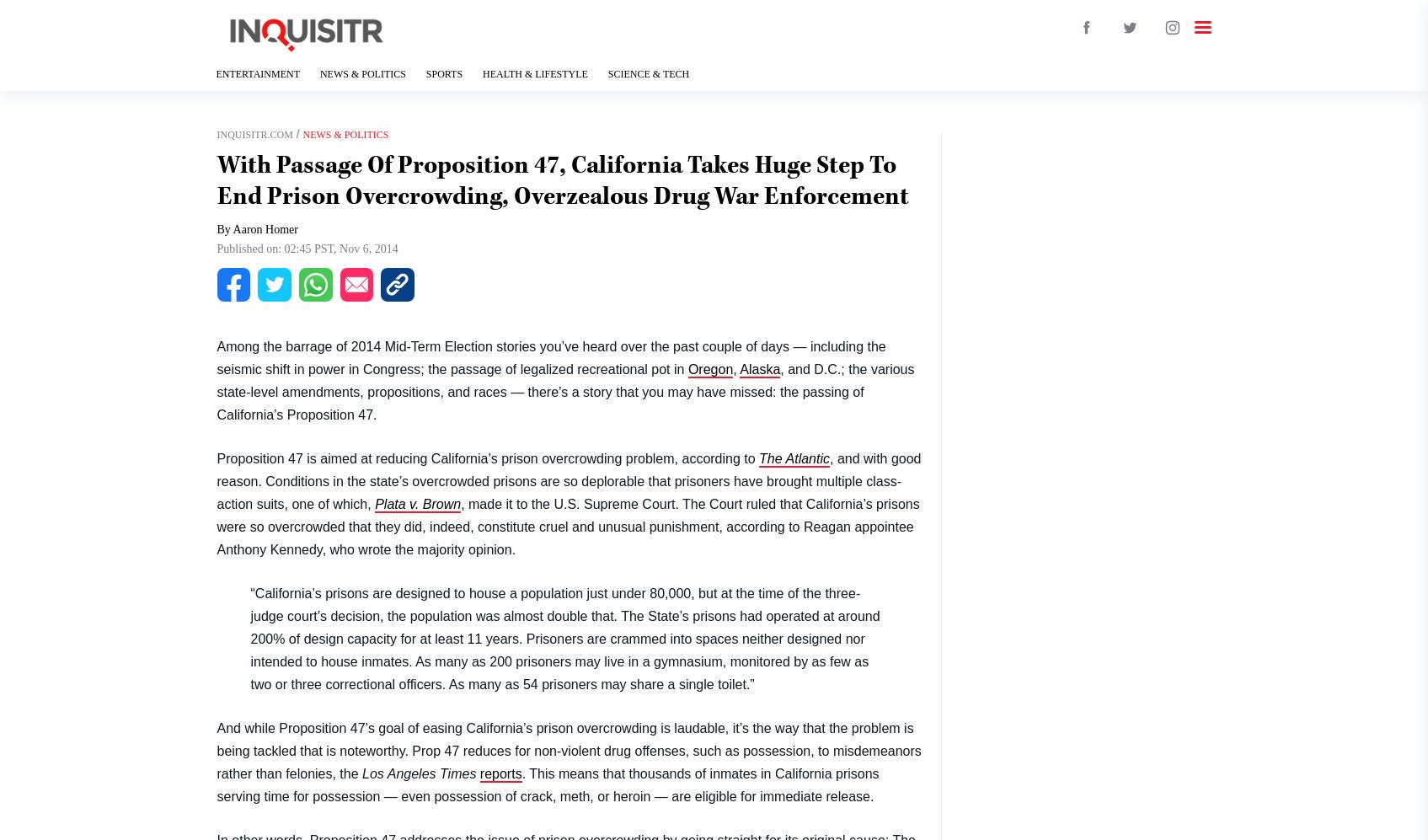 Image resolution: width=1428 pixels, height=840 pixels. Describe the element at coordinates (291, 133) in the screenshot. I see `'/'` at that location.